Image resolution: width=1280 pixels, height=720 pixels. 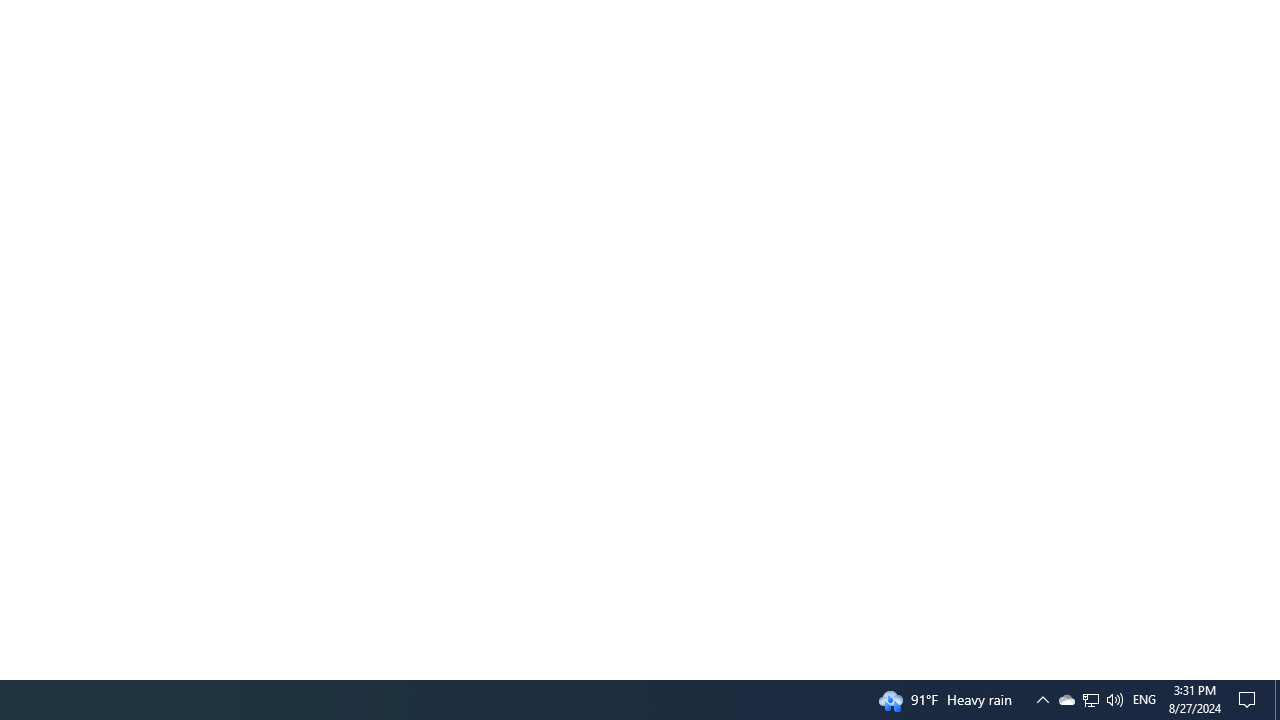 I want to click on 'Tray Input Indicator - English (United States)', so click(x=1144, y=698).